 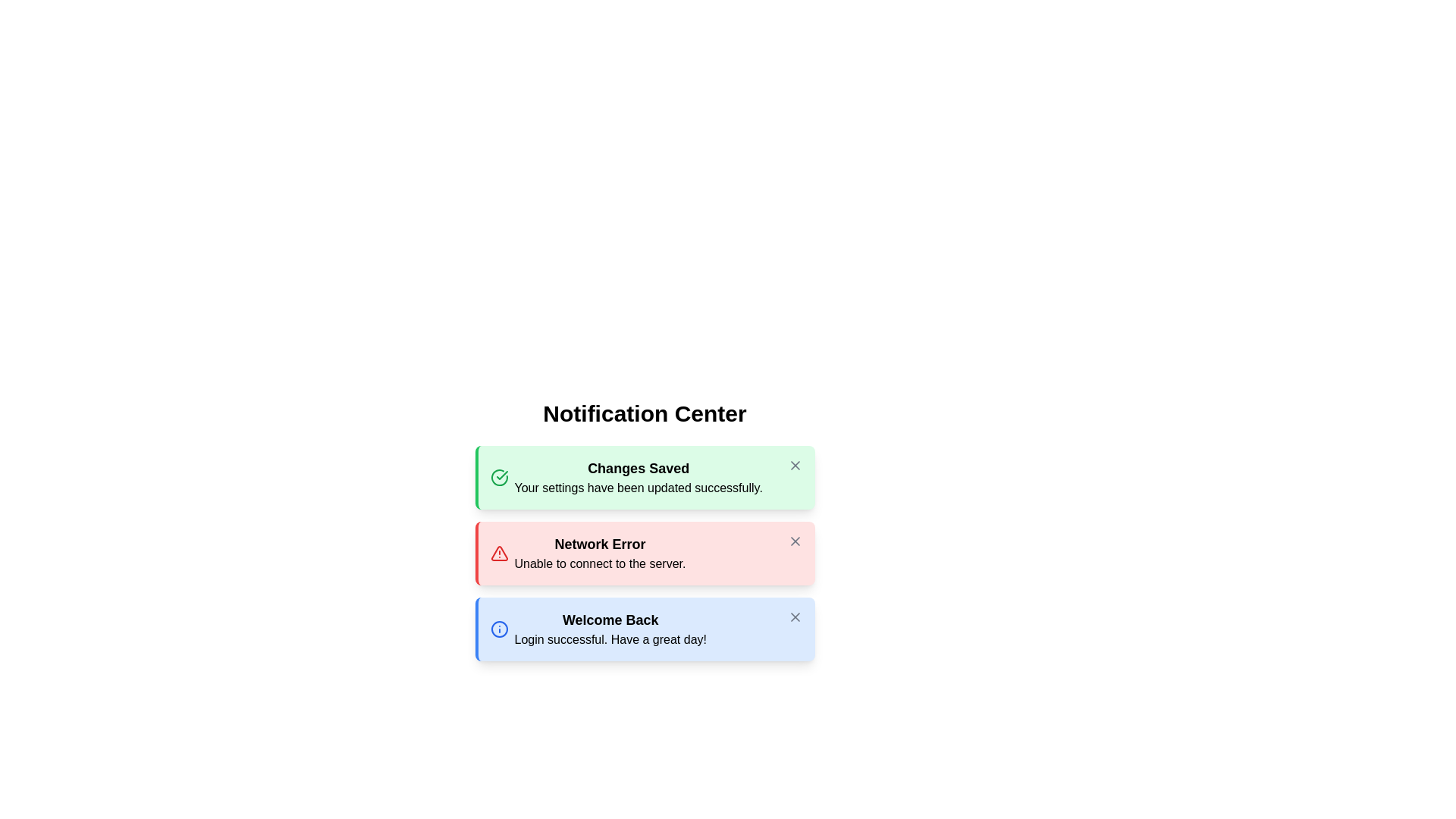 What do you see at coordinates (645, 476) in the screenshot?
I see `the first notification message box in the Notification Center` at bounding box center [645, 476].